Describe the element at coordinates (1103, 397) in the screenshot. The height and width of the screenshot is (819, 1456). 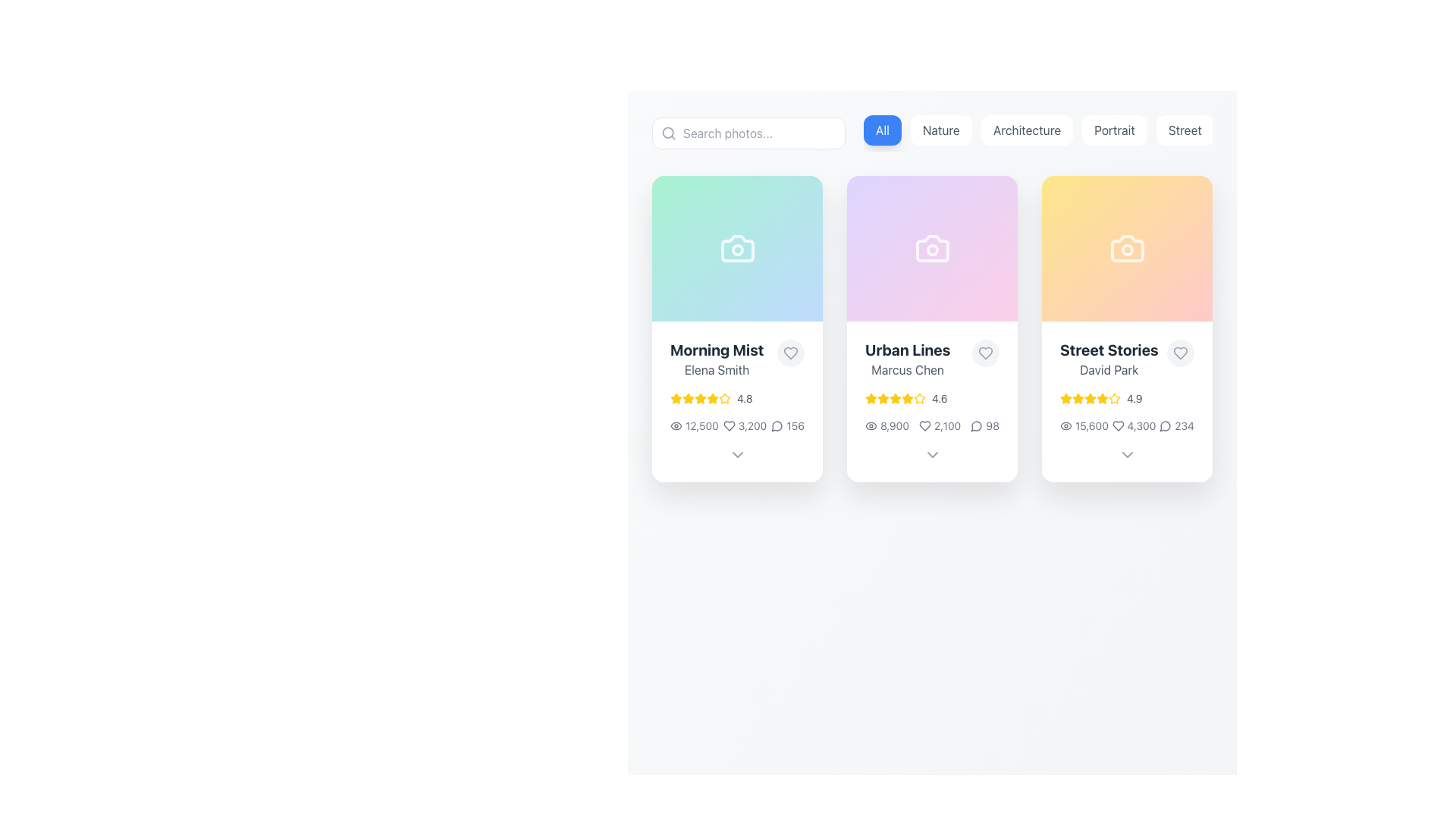
I see `the star icon representing a rating of 4.9 located below the title 'Street Stories' by 'David Park' in the third card from the left` at that location.